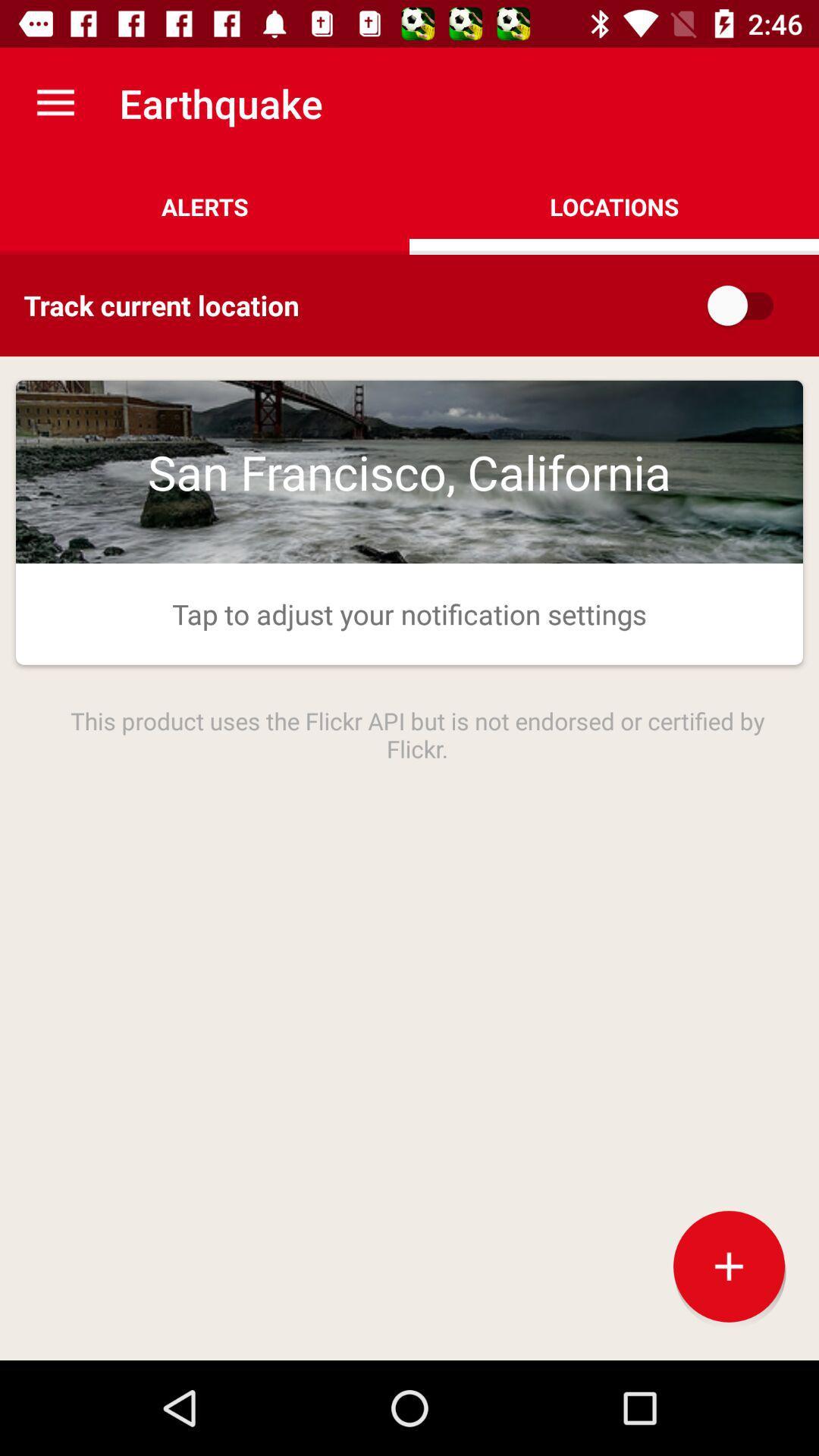  Describe the element at coordinates (55, 102) in the screenshot. I see `the app next to the earthquake item` at that location.